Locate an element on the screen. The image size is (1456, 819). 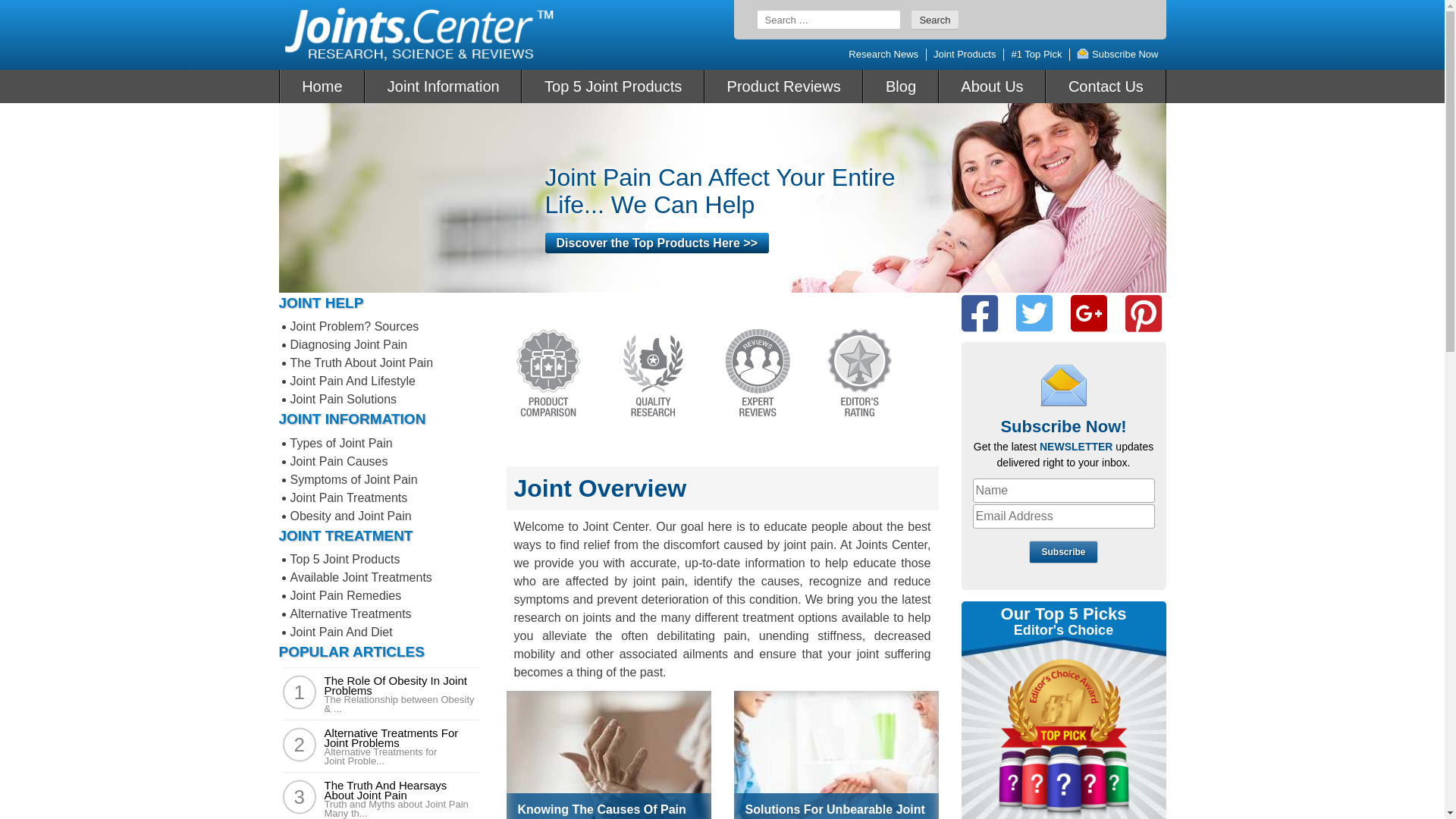
'Joint Pain Remedies' is located at coordinates (290, 595).